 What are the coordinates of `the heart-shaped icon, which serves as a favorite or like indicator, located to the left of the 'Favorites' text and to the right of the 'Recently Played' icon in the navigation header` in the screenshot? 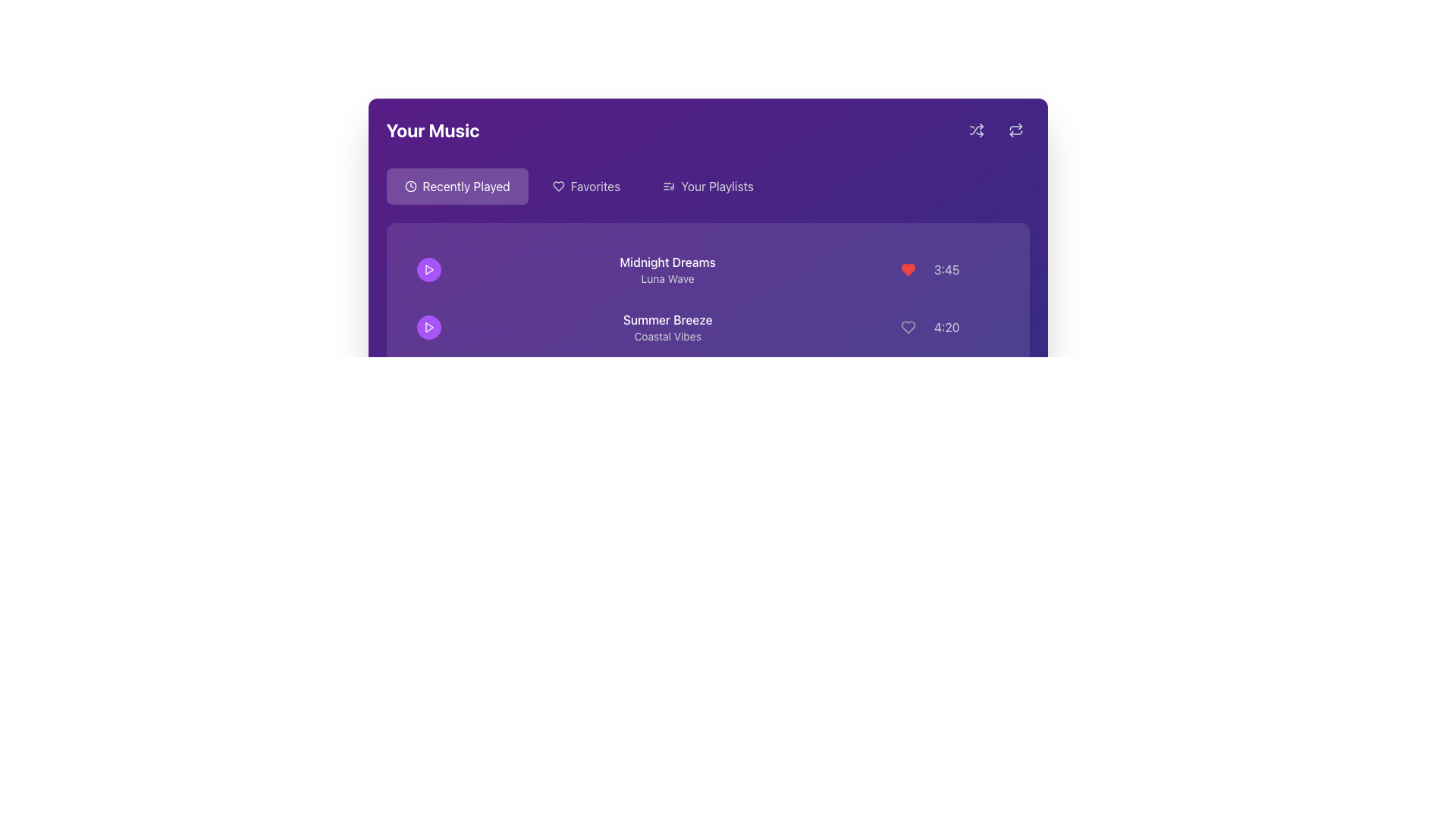 It's located at (557, 186).